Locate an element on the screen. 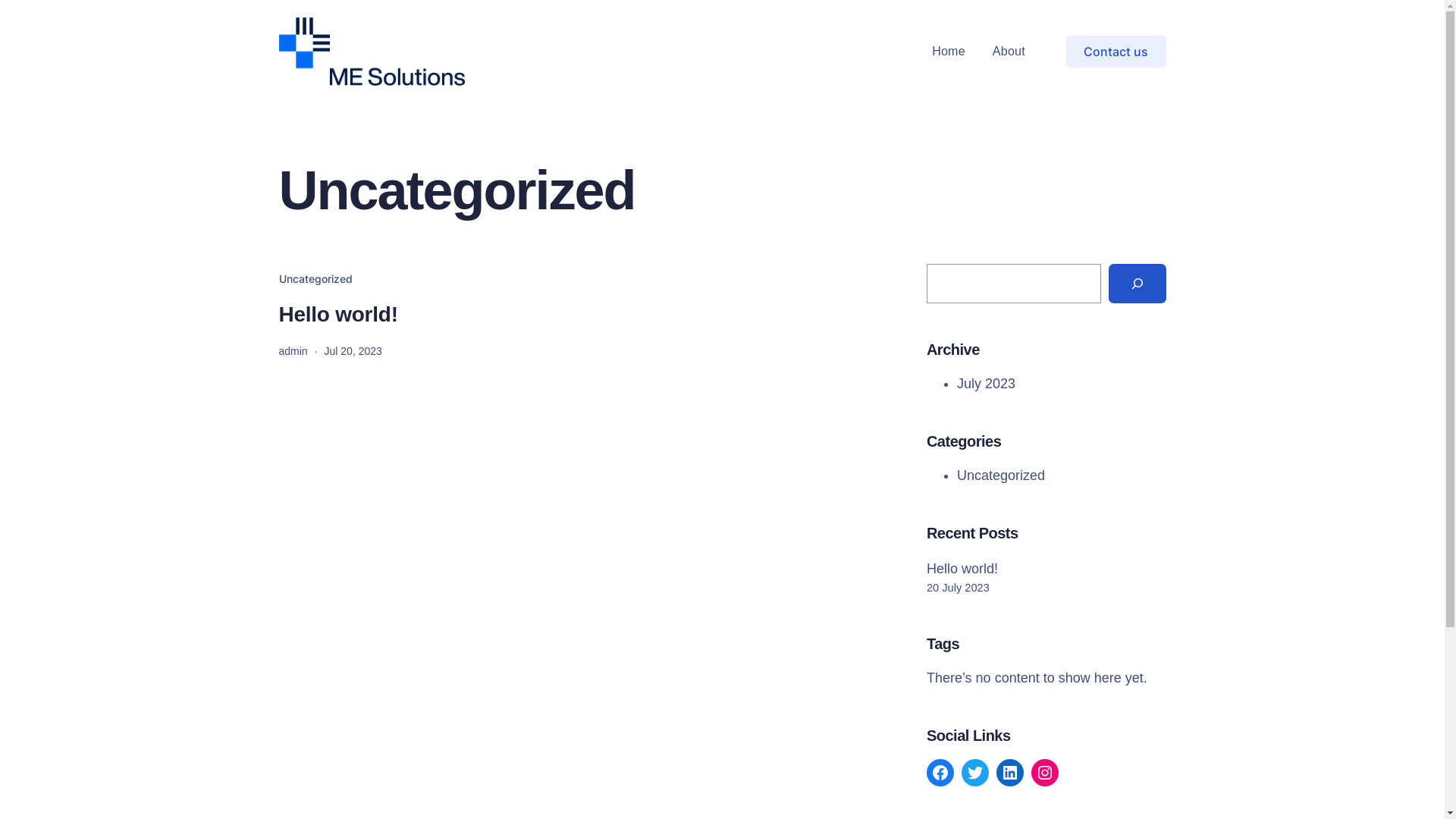 This screenshot has width=1456, height=819. 'Contact us' is located at coordinates (1116, 50).